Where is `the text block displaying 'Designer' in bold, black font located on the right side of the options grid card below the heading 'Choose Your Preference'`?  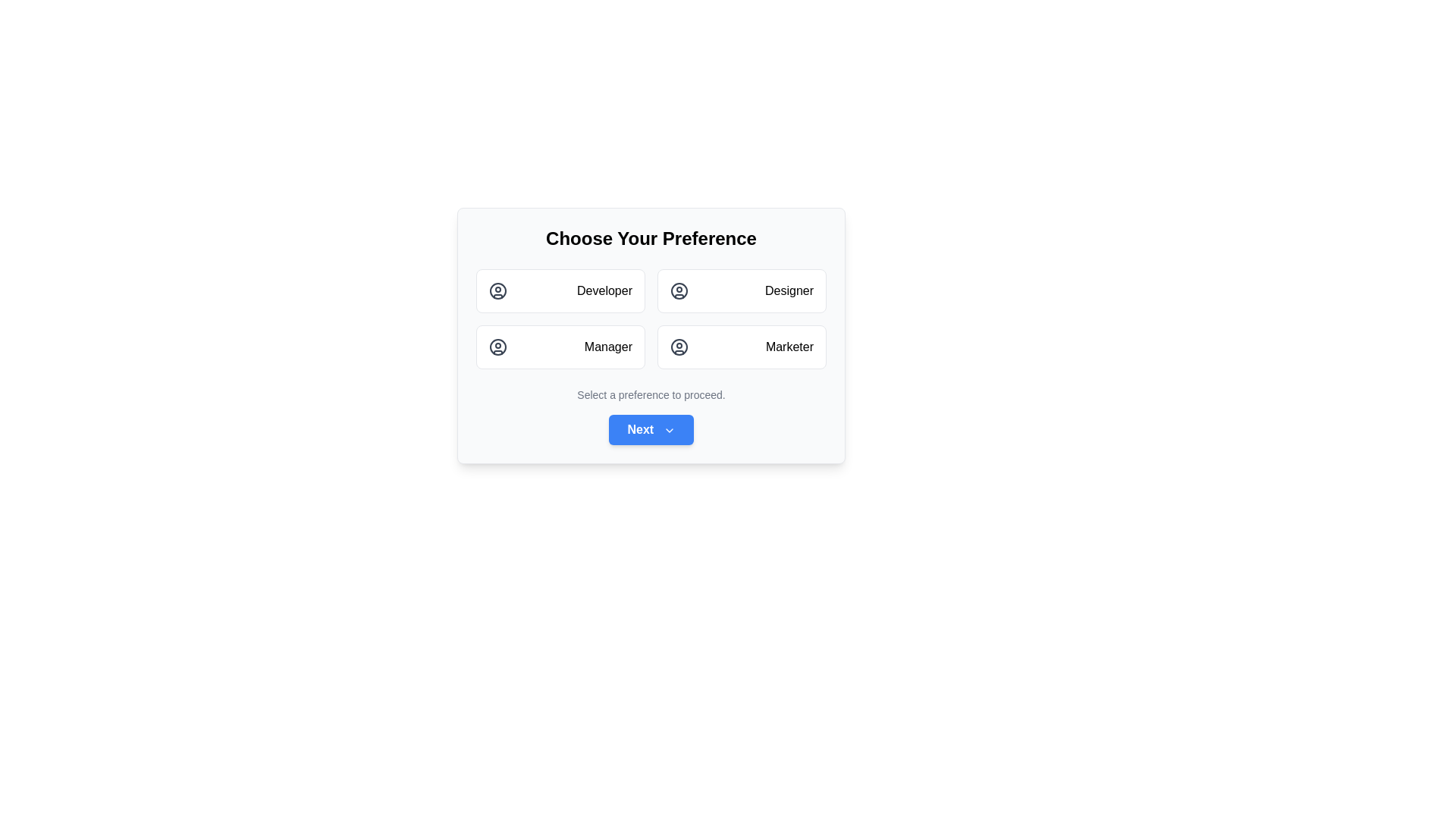
the text block displaying 'Designer' in bold, black font located on the right side of the options grid card below the heading 'Choose Your Preference' is located at coordinates (789, 291).